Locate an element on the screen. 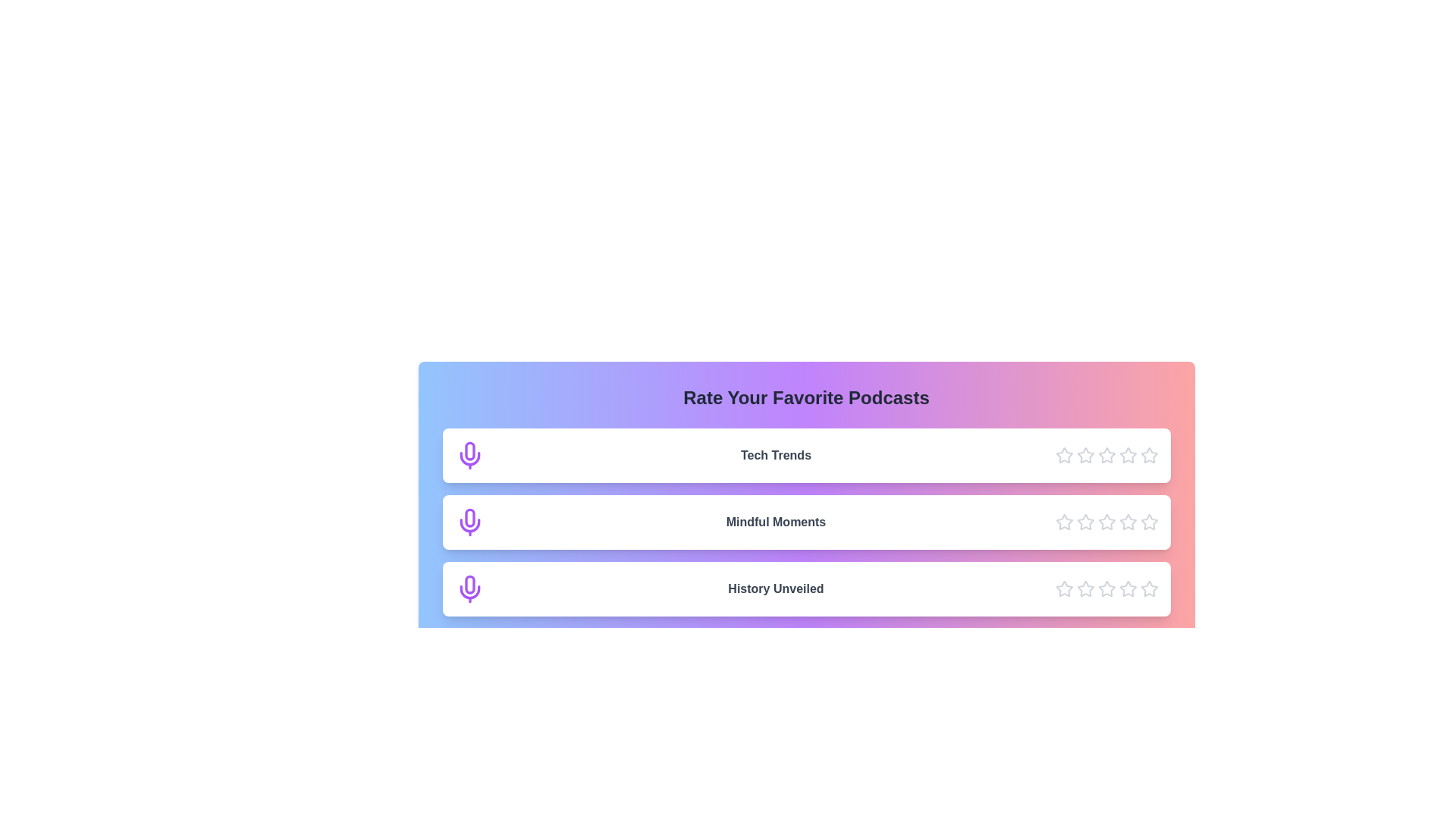 Image resolution: width=1456 pixels, height=819 pixels. the star icon corresponding to 1 stars for the podcast History Unveiled is located at coordinates (1063, 588).